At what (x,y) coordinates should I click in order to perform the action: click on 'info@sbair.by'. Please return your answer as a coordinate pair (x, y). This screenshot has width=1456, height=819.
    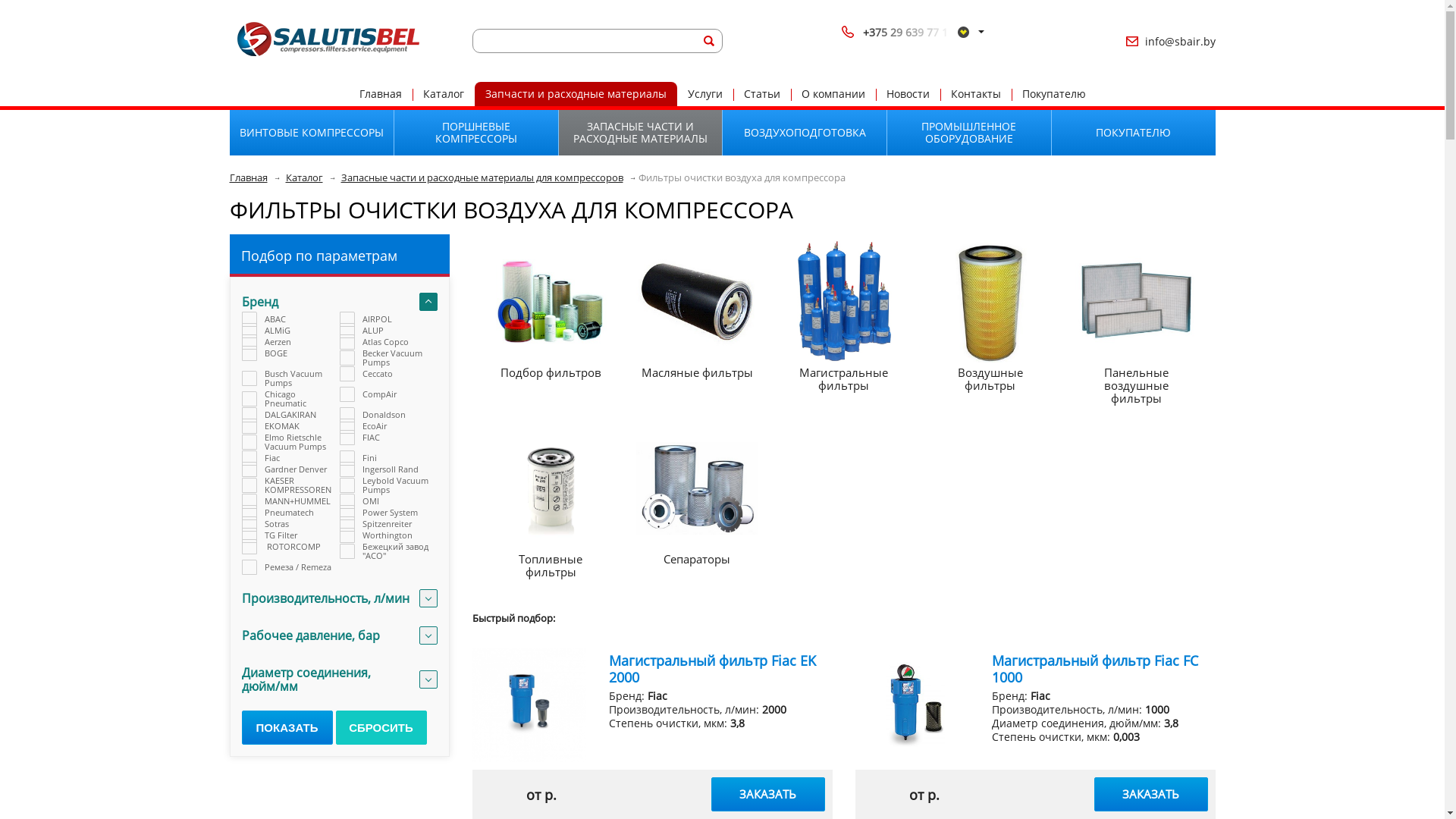
    Looking at the image, I should click on (1179, 40).